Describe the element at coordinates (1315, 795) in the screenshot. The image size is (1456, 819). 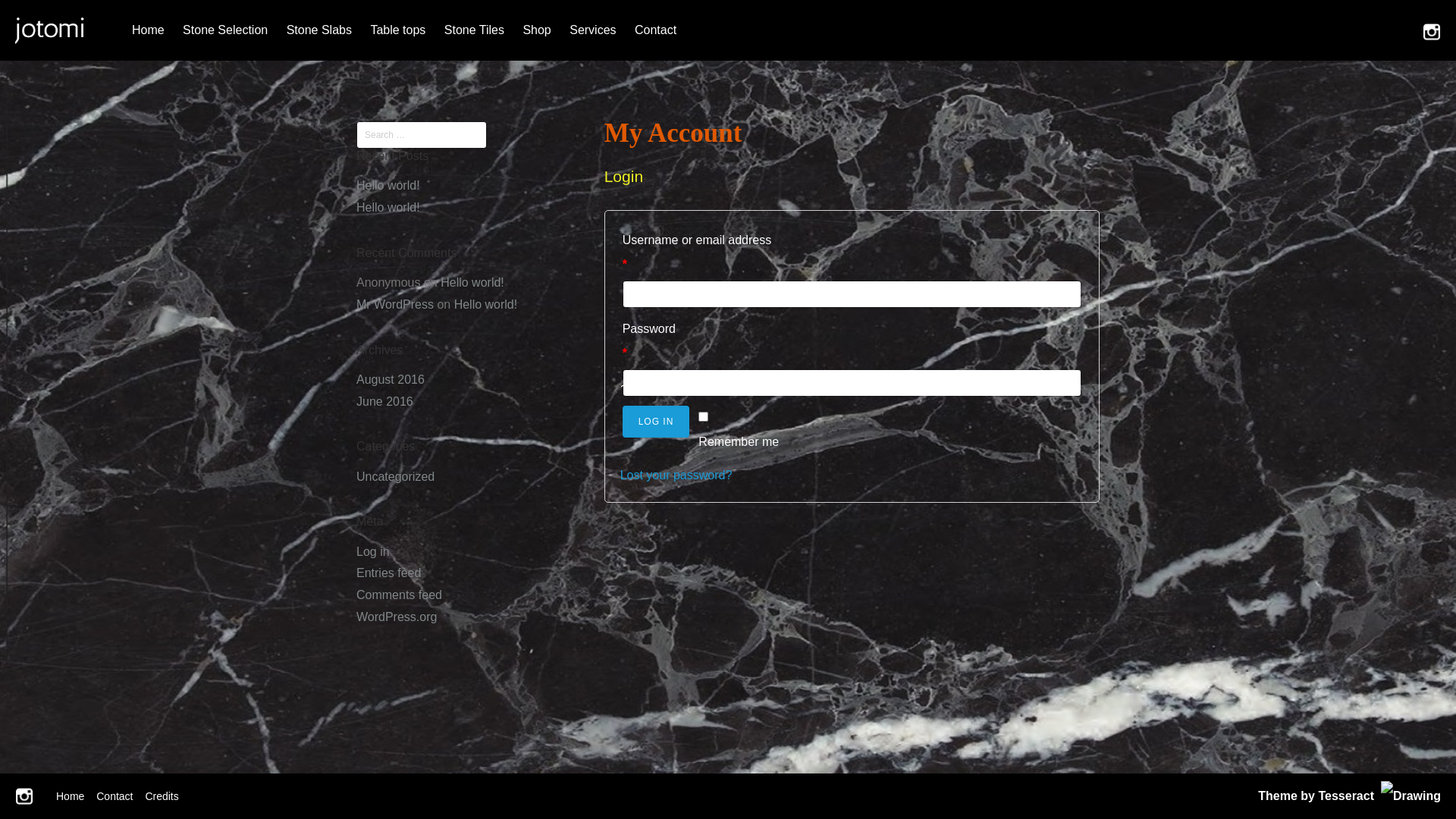
I see `'Theme by Tesseract'` at that location.